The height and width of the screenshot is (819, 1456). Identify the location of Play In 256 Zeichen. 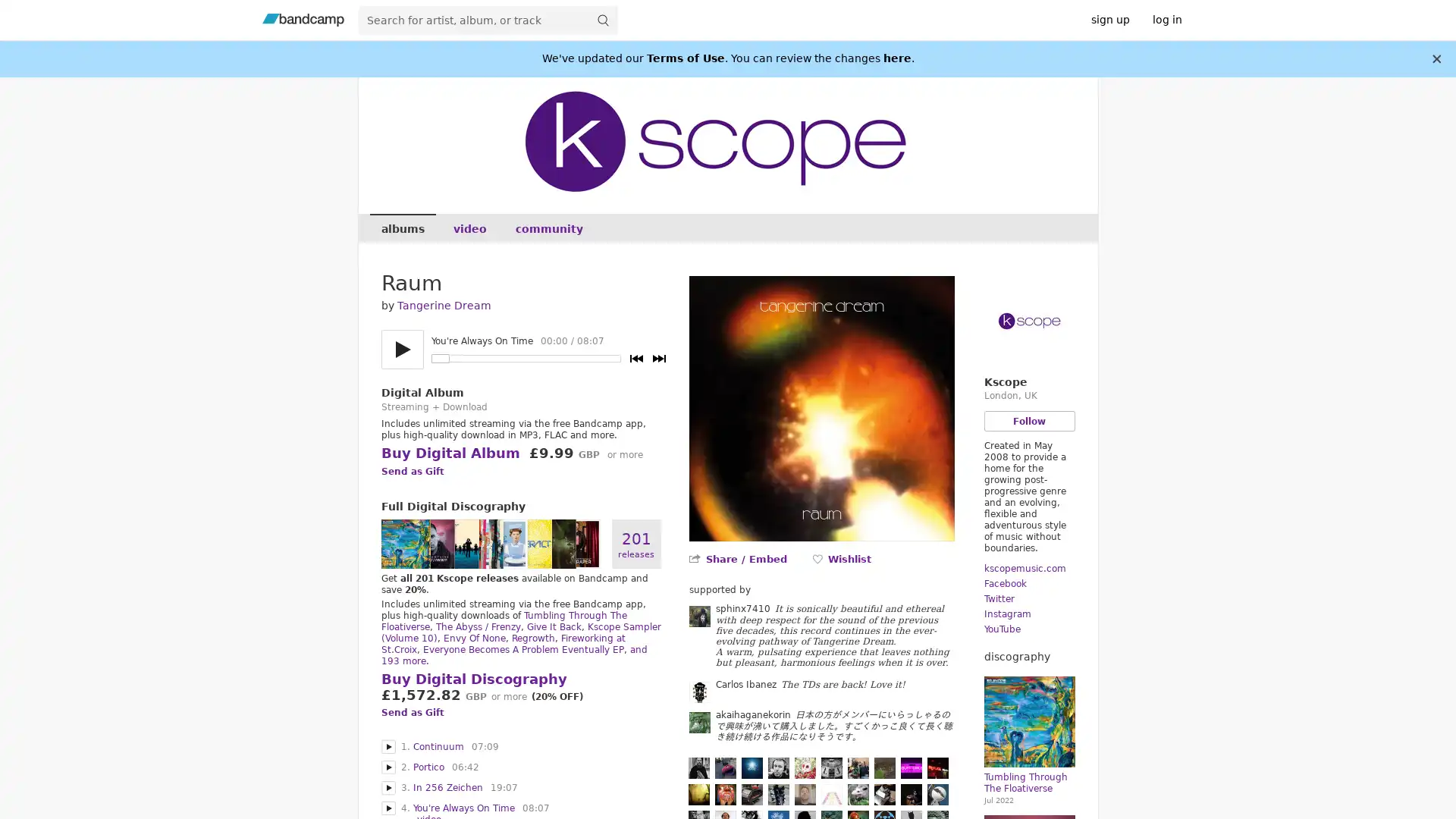
(388, 786).